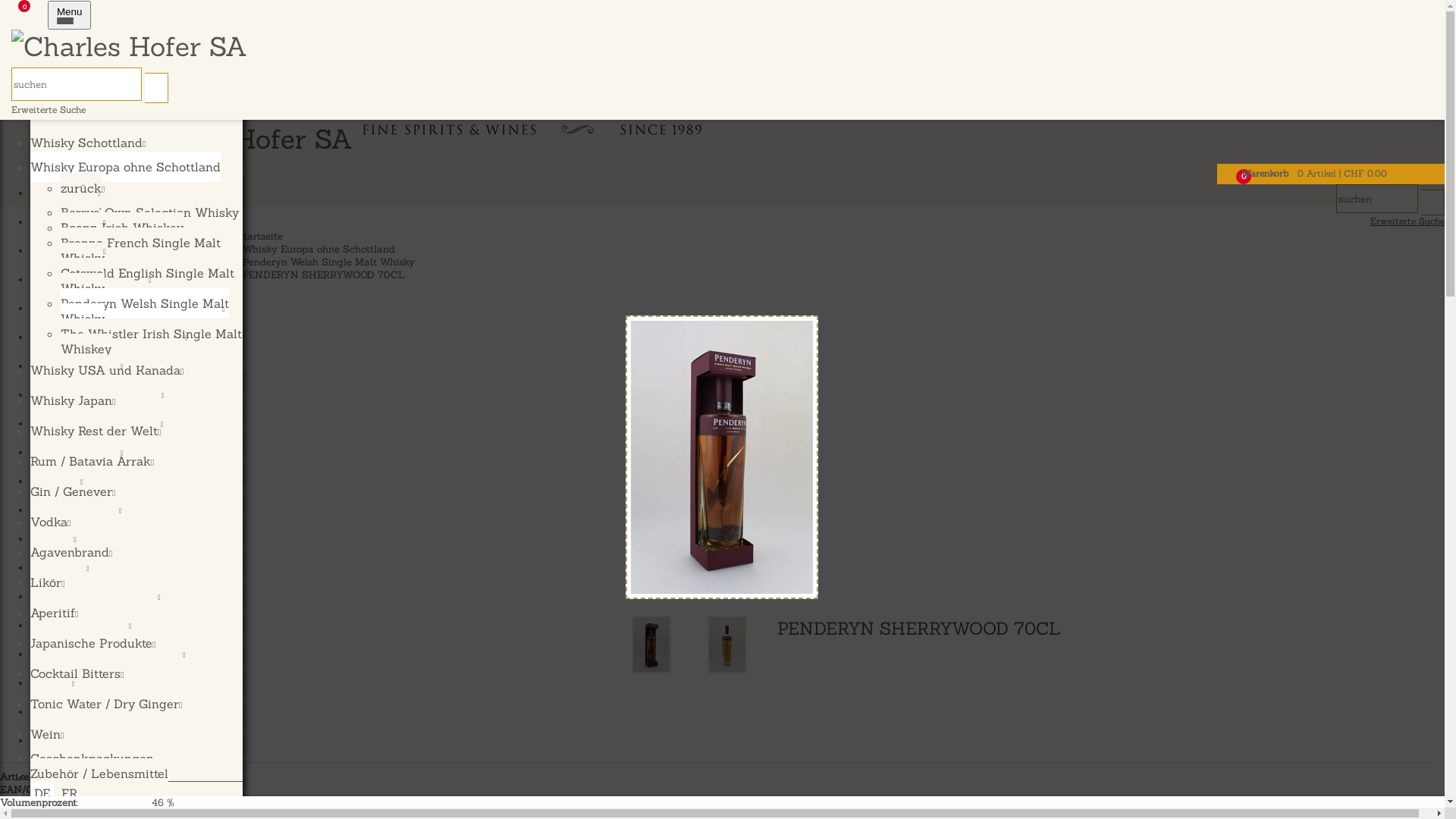 The height and width of the screenshot is (819, 1456). Describe the element at coordinates (42, 792) in the screenshot. I see `'DE'` at that location.